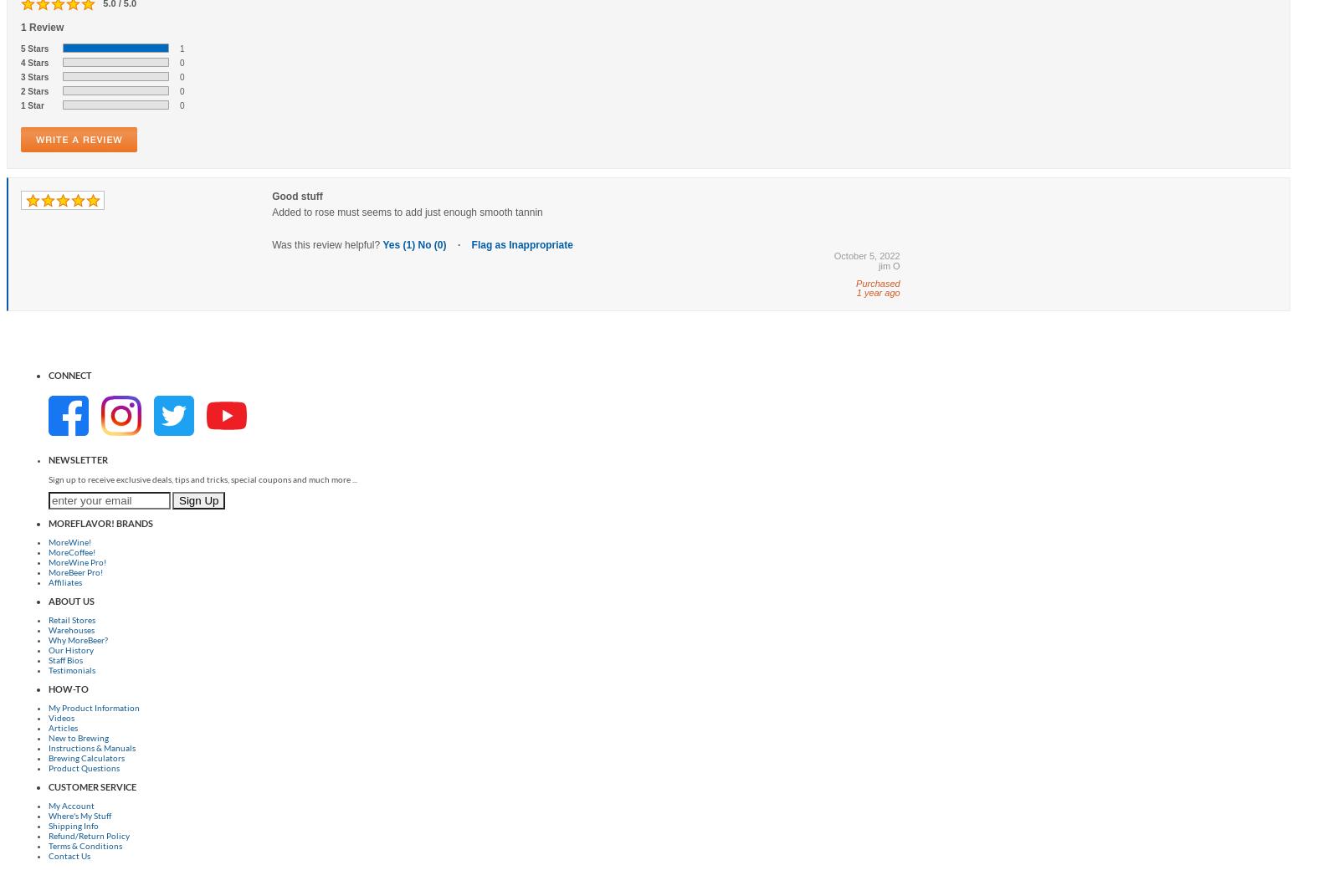 The height and width of the screenshot is (896, 1318). What do you see at coordinates (64, 658) in the screenshot?
I see `'Staff Bios'` at bounding box center [64, 658].